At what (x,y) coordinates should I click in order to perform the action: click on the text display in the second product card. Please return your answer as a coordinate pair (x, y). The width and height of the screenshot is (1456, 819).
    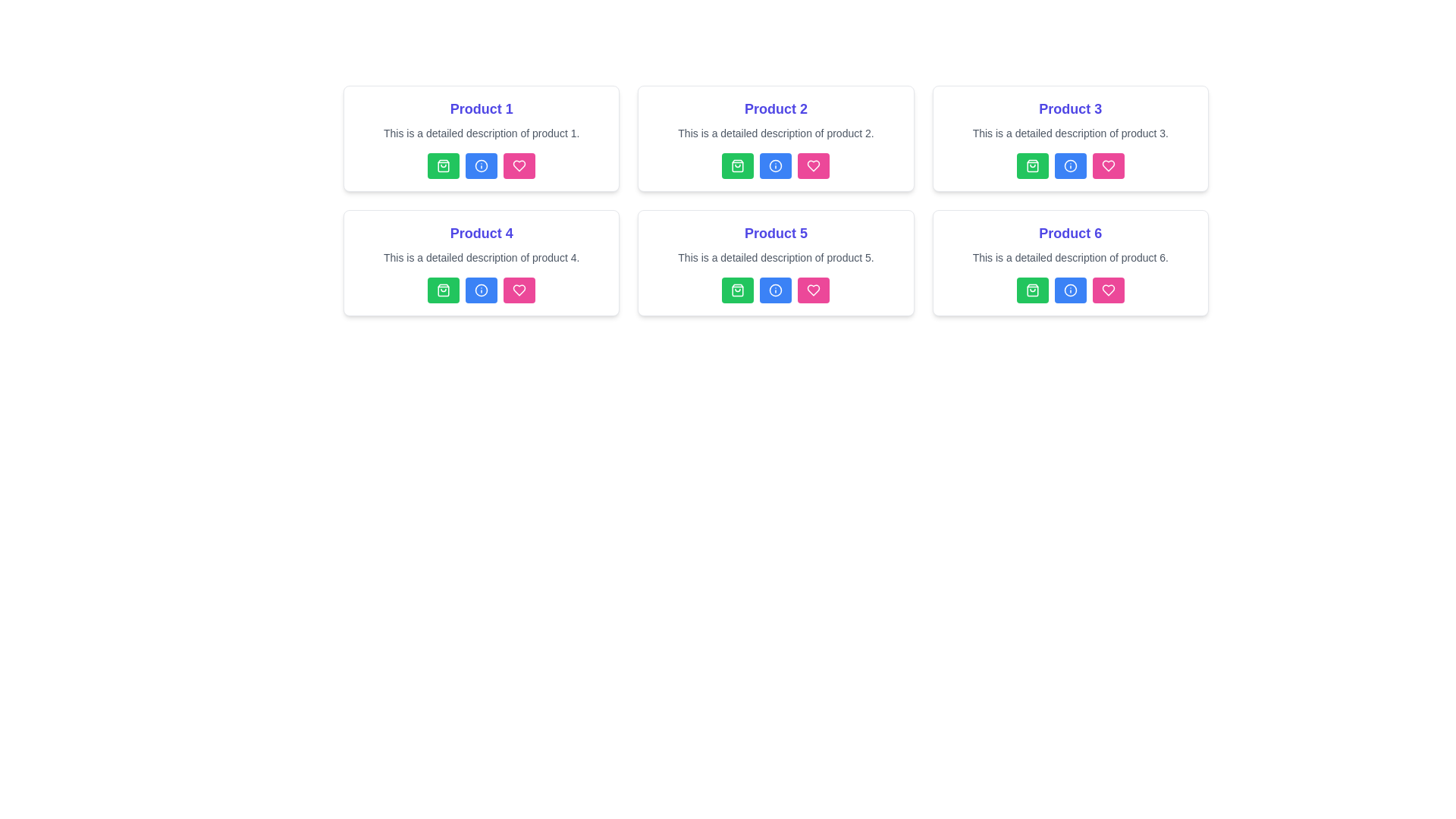
    Looking at the image, I should click on (776, 108).